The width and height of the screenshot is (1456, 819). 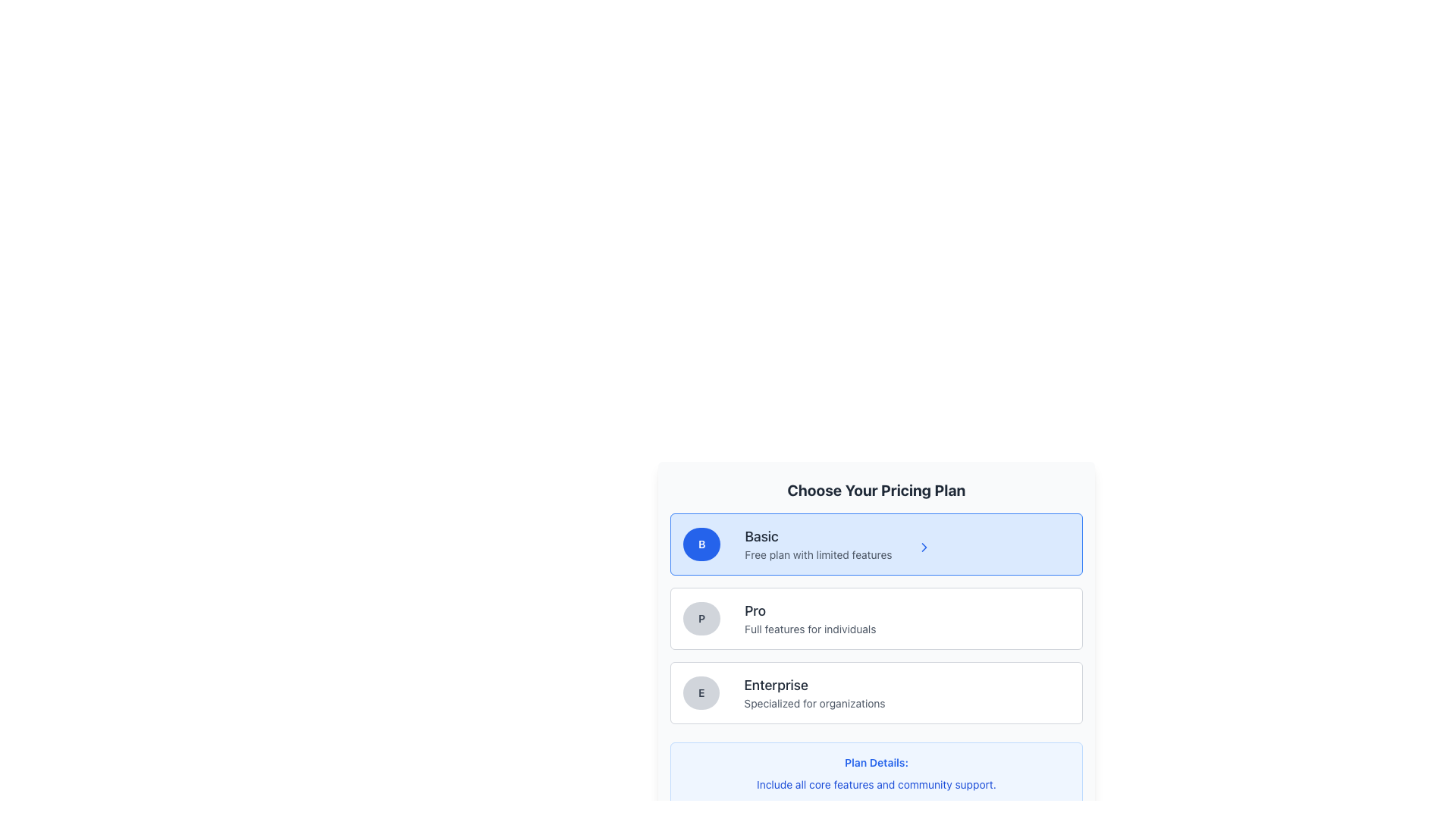 I want to click on outside the 'Pro Full features for individuals' text label to implicitly select it, so click(x=809, y=619).